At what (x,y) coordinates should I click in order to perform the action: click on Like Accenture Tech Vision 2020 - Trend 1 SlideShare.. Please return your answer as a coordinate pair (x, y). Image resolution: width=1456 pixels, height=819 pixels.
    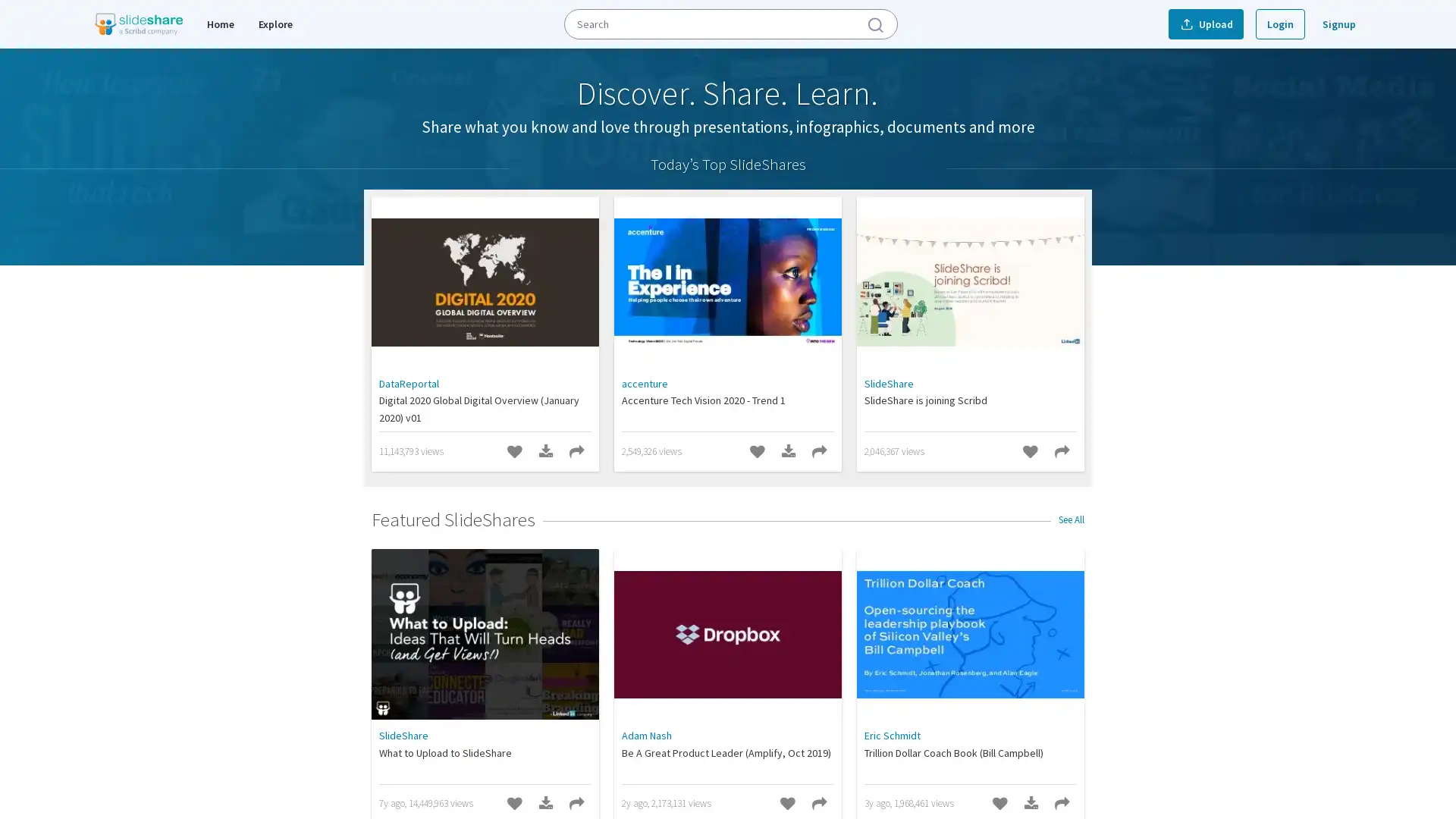
    Looking at the image, I should click on (758, 450).